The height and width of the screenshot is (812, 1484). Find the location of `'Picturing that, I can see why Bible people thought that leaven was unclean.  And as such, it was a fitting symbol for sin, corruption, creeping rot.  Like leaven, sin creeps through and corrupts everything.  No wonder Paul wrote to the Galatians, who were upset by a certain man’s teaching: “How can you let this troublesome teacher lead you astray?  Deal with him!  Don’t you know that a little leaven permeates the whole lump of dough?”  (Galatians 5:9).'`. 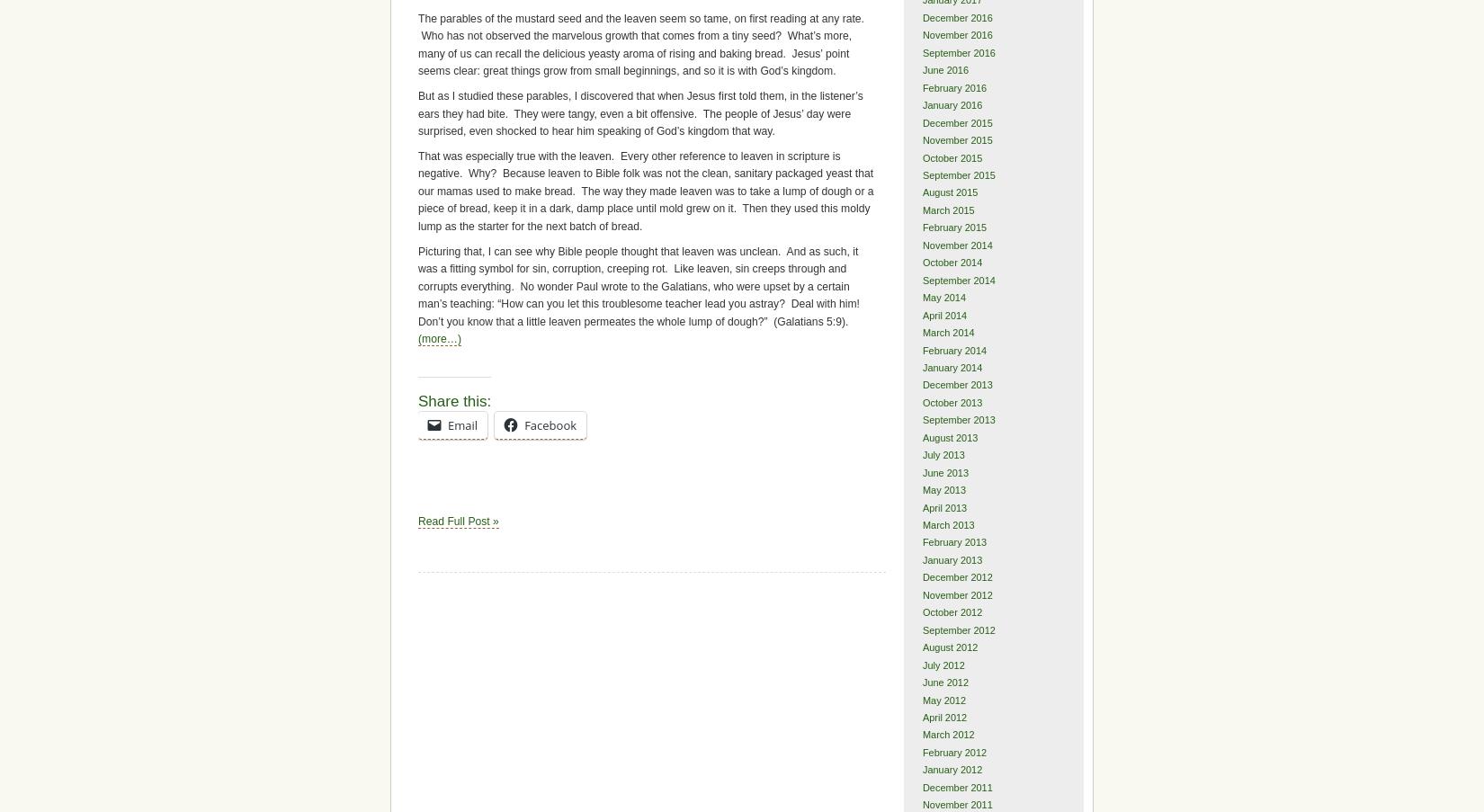

'Picturing that, I can see why Bible people thought that leaven was unclean.  And as such, it was a fitting symbol for sin, corruption, creeping rot.  Like leaven, sin creeps through and corrupts everything.  No wonder Paul wrote to the Galatians, who were upset by a certain man’s teaching: “How can you let this troublesome teacher lead you astray?  Deal with him!  Don’t you know that a little leaven permeates the whole lump of dough?”  (Galatians 5:9).' is located at coordinates (639, 285).